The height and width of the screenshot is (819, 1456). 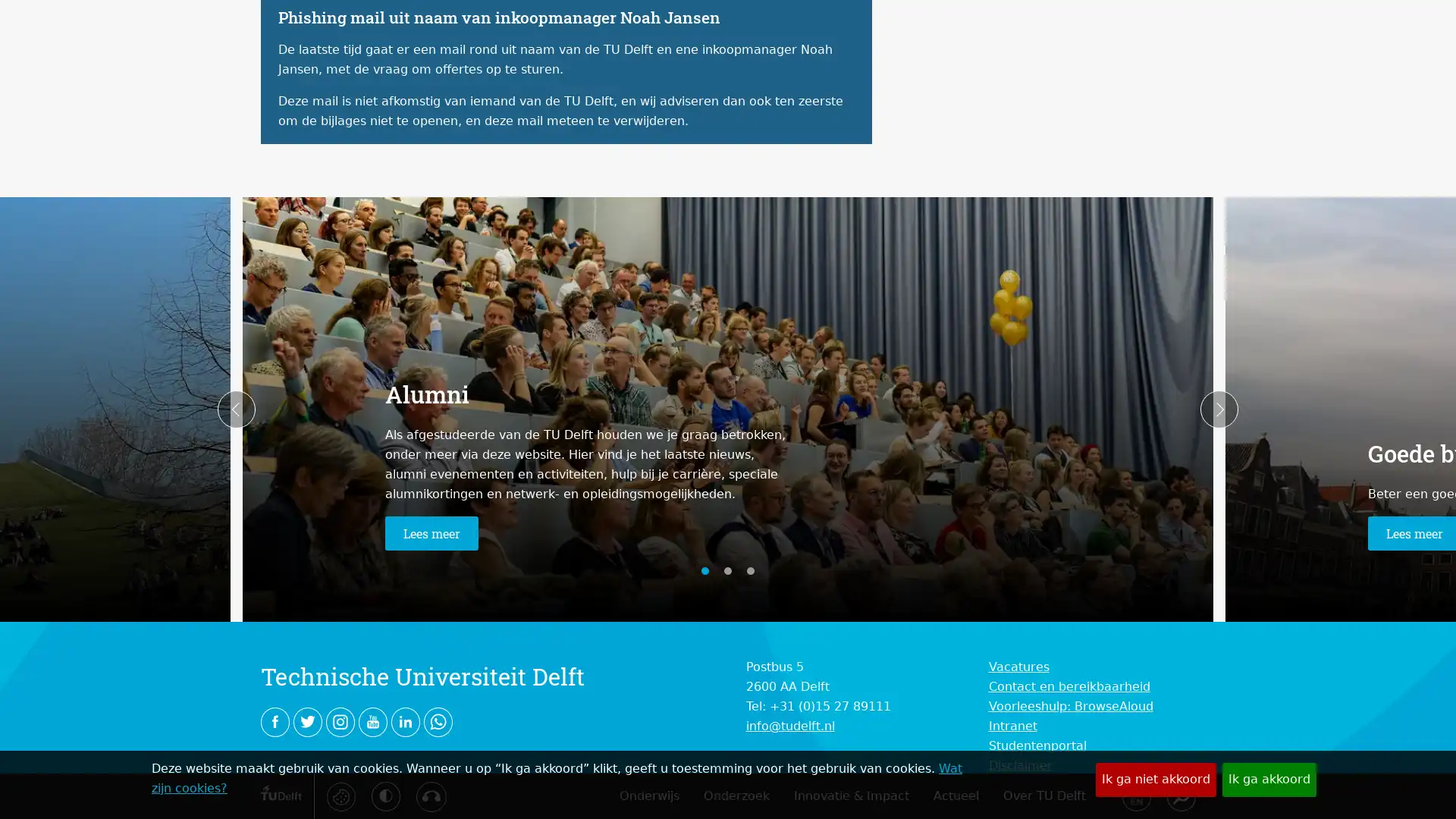 What do you see at coordinates (236, 409) in the screenshot?
I see `Ga naar vorig item` at bounding box center [236, 409].